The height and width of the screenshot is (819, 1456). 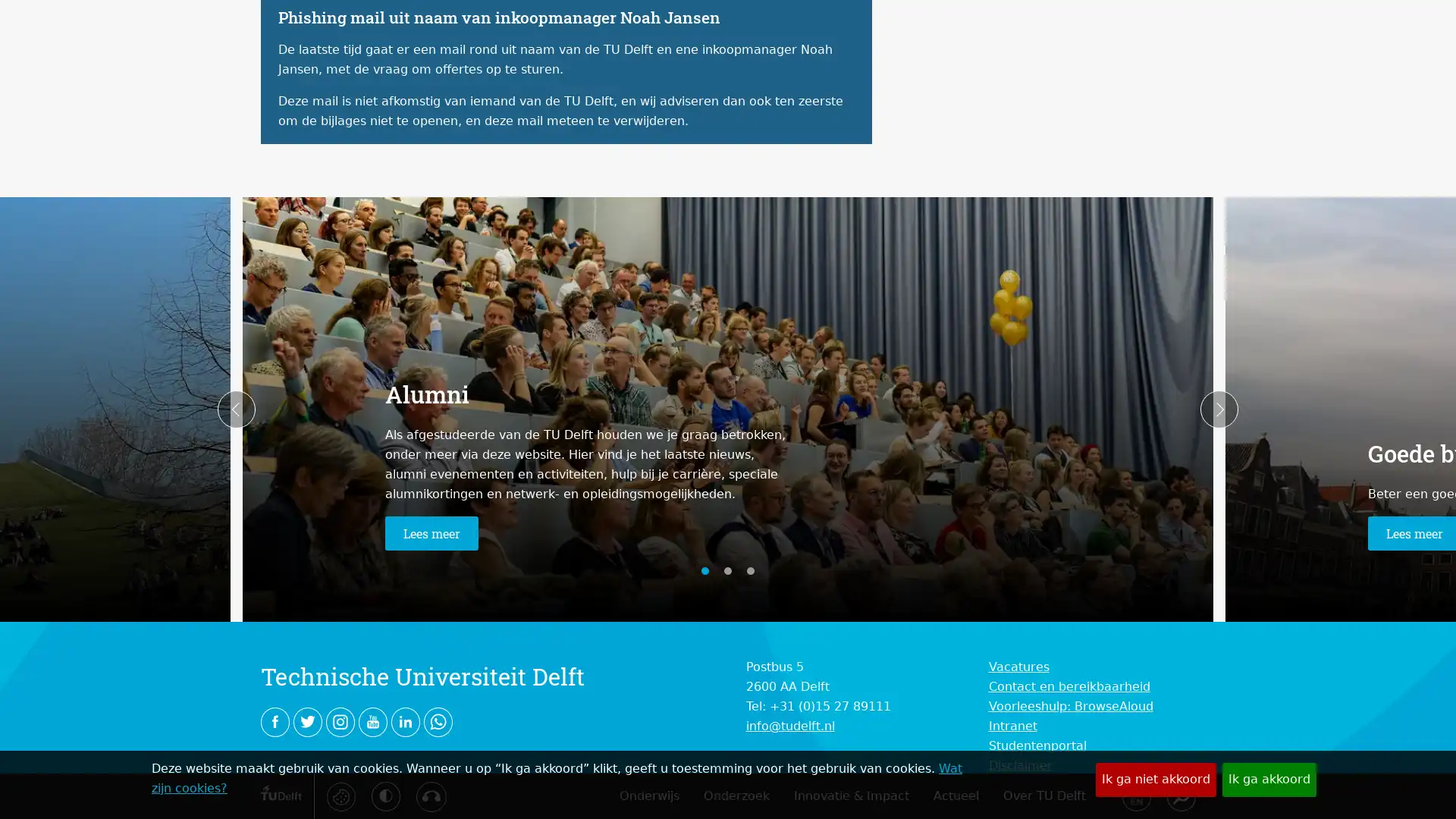 What do you see at coordinates (236, 409) in the screenshot?
I see `Ga naar vorig item` at bounding box center [236, 409].